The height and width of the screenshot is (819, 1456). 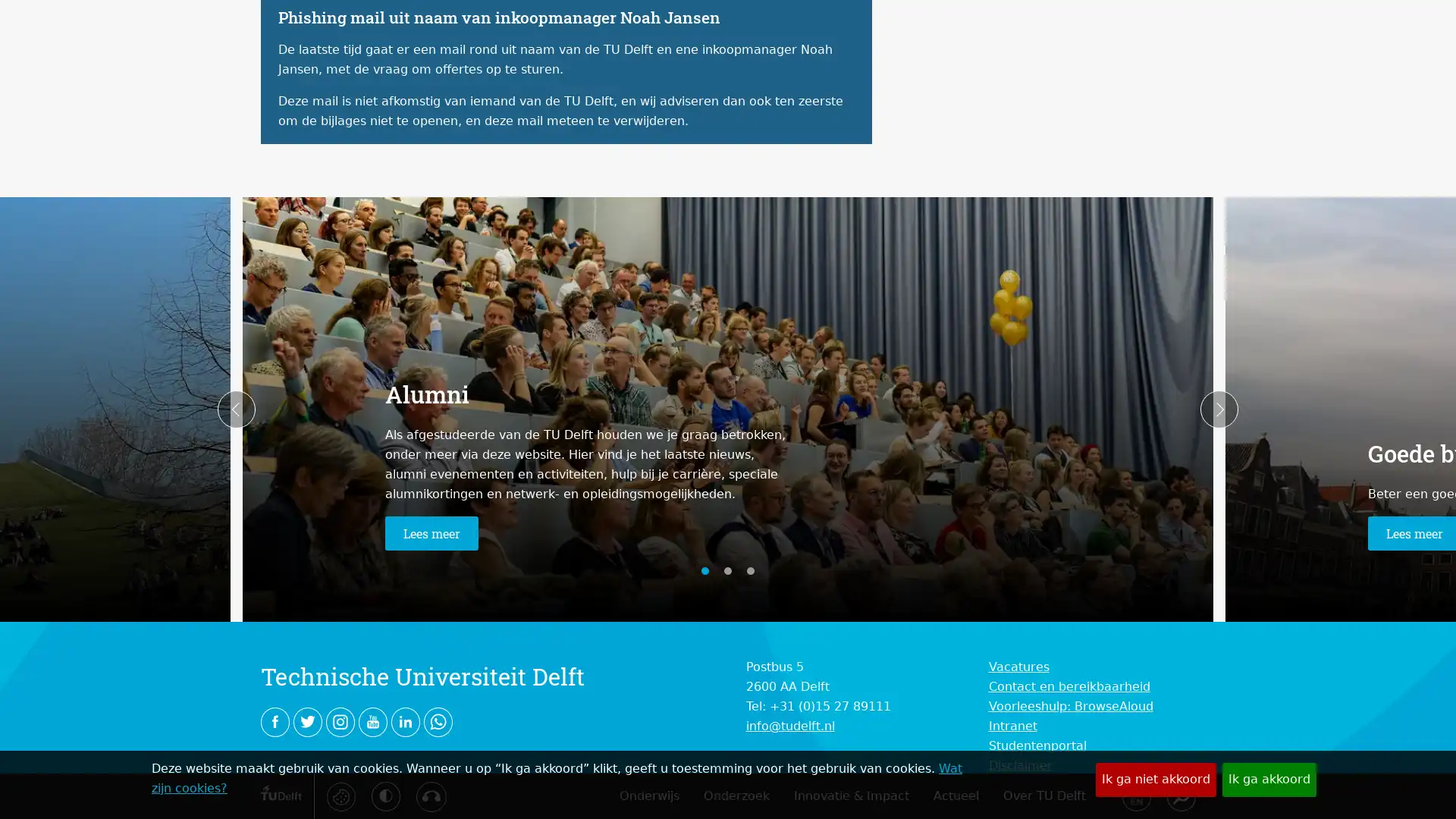 What do you see at coordinates (236, 409) in the screenshot?
I see `Ga naar vorig item` at bounding box center [236, 409].